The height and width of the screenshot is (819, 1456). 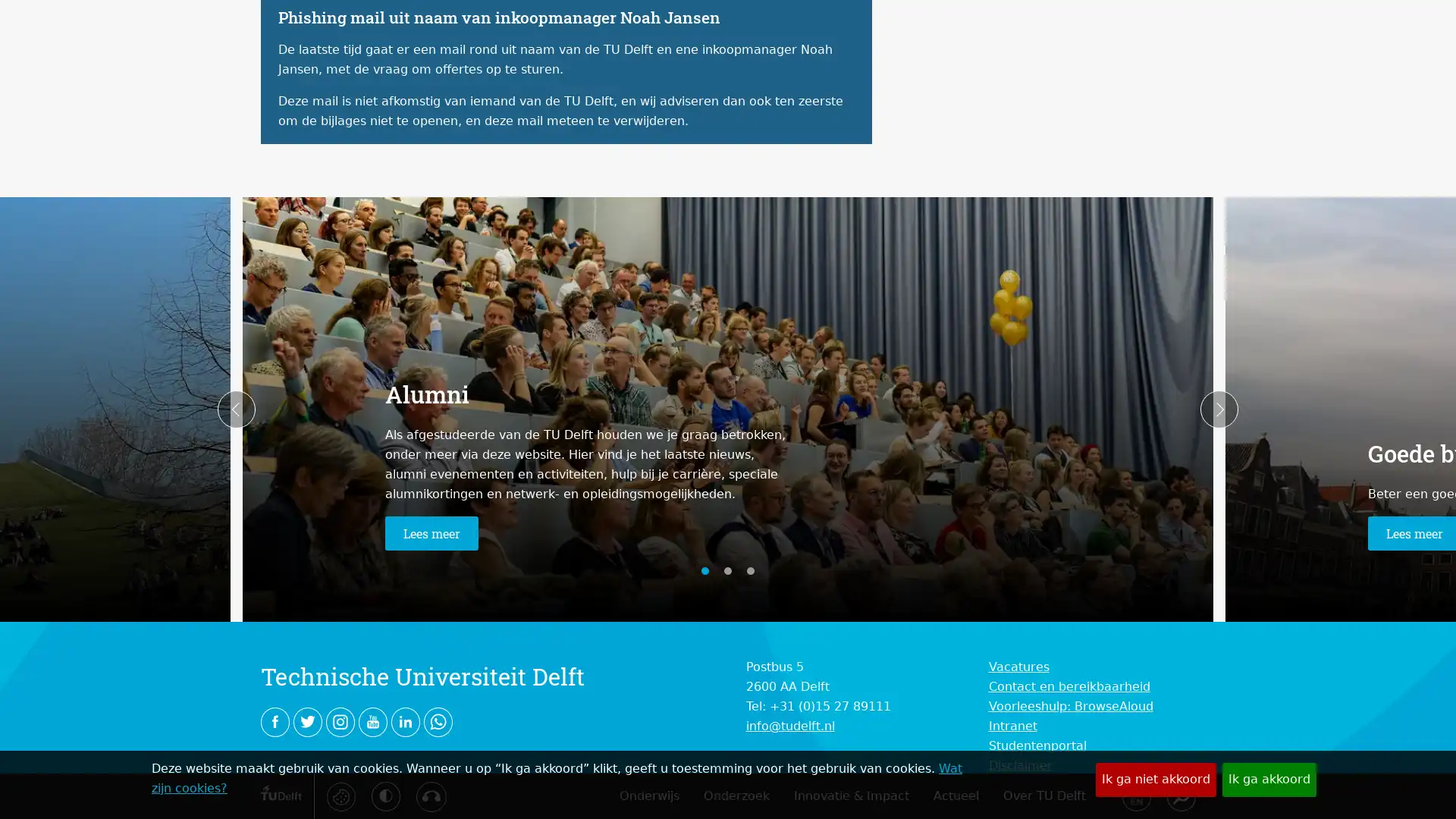 What do you see at coordinates (236, 409) in the screenshot?
I see `Ga naar vorig item` at bounding box center [236, 409].